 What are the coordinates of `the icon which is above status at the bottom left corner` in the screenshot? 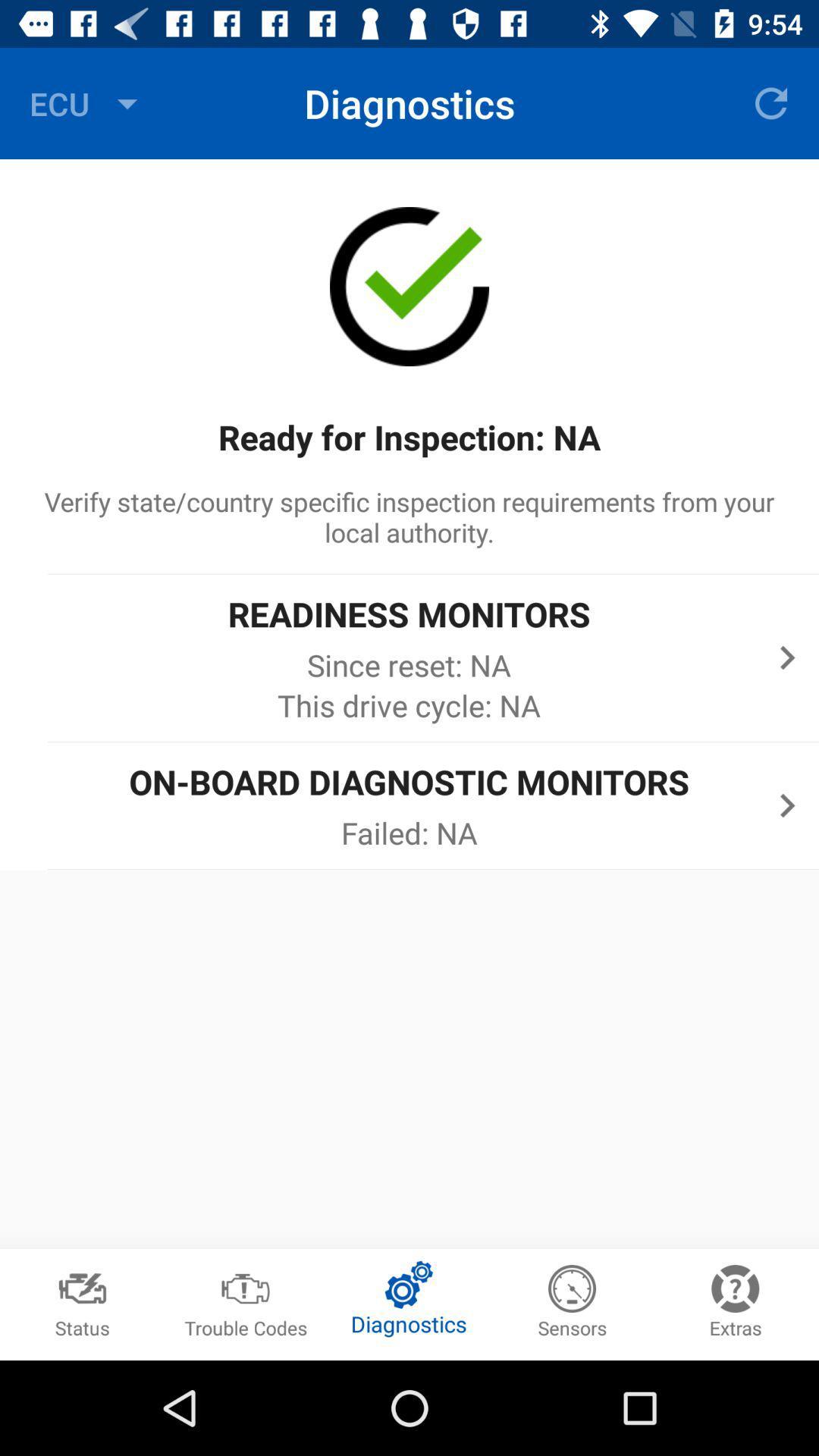 It's located at (82, 1280).